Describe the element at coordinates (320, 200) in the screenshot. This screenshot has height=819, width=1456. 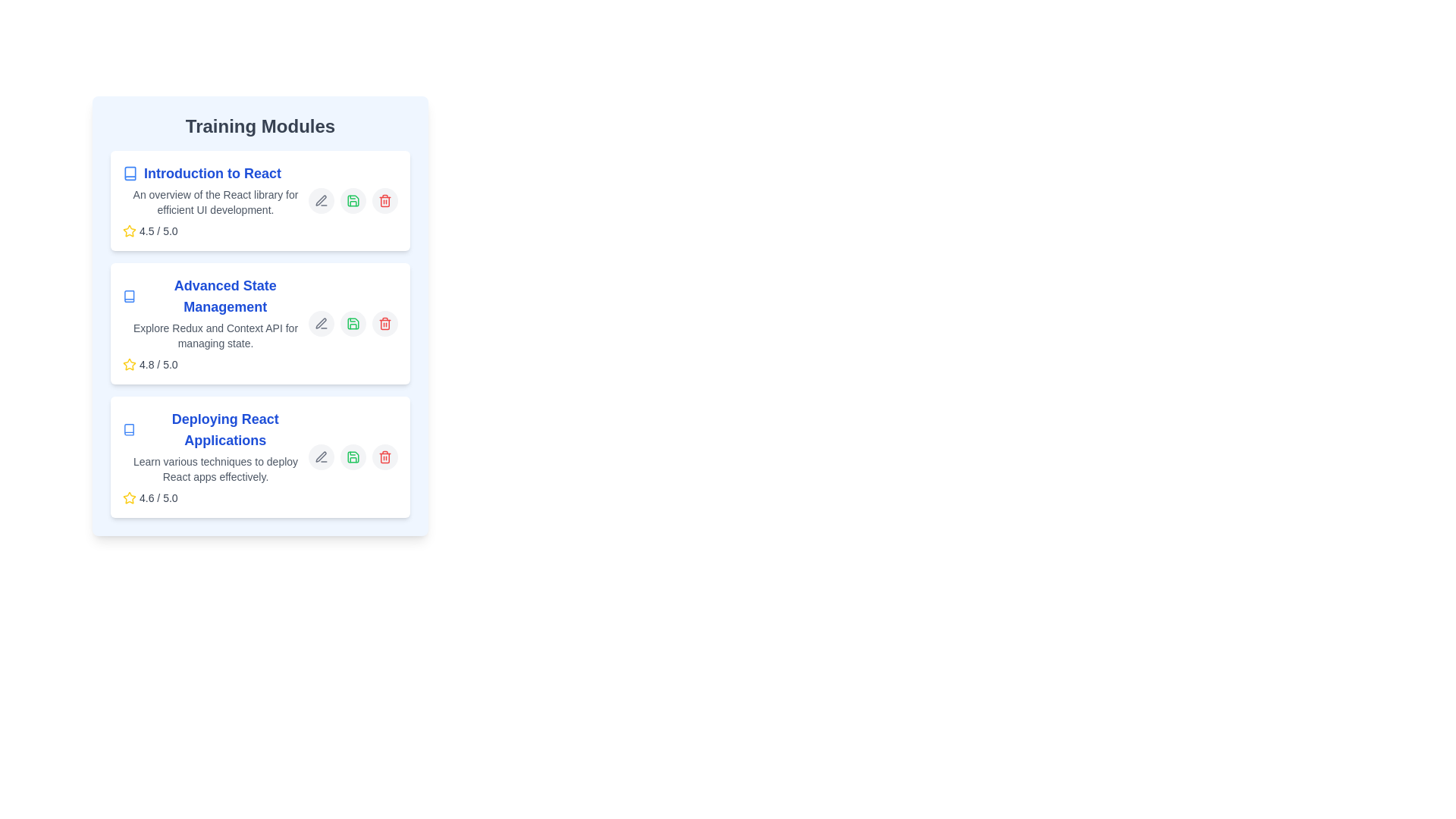
I see `the edit button located to the right of the 'Introduction to React' module header to modify content or settings` at that location.